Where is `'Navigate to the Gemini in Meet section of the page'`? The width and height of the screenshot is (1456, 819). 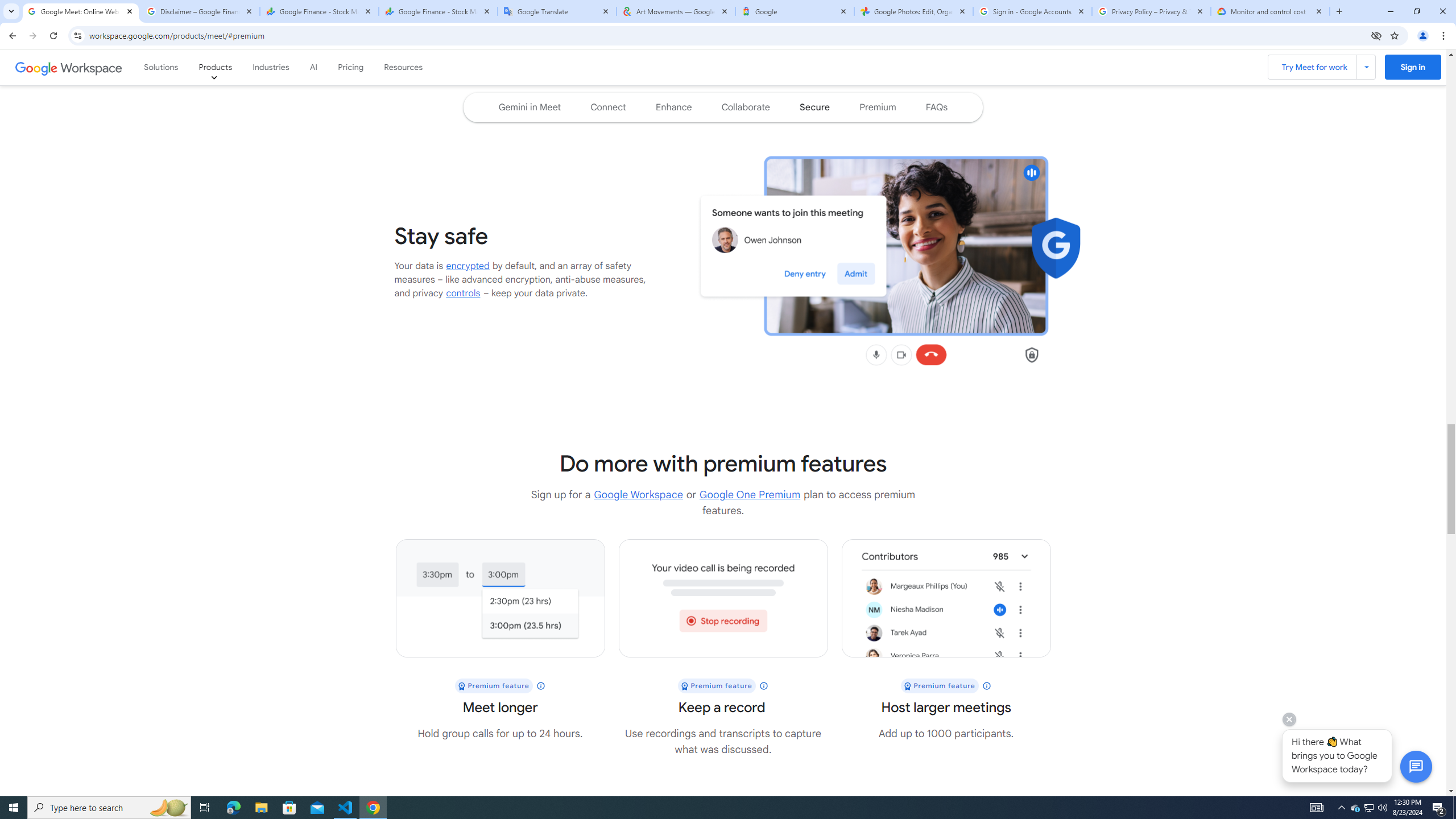 'Navigate to the Gemini in Meet section of the page' is located at coordinates (529, 107).